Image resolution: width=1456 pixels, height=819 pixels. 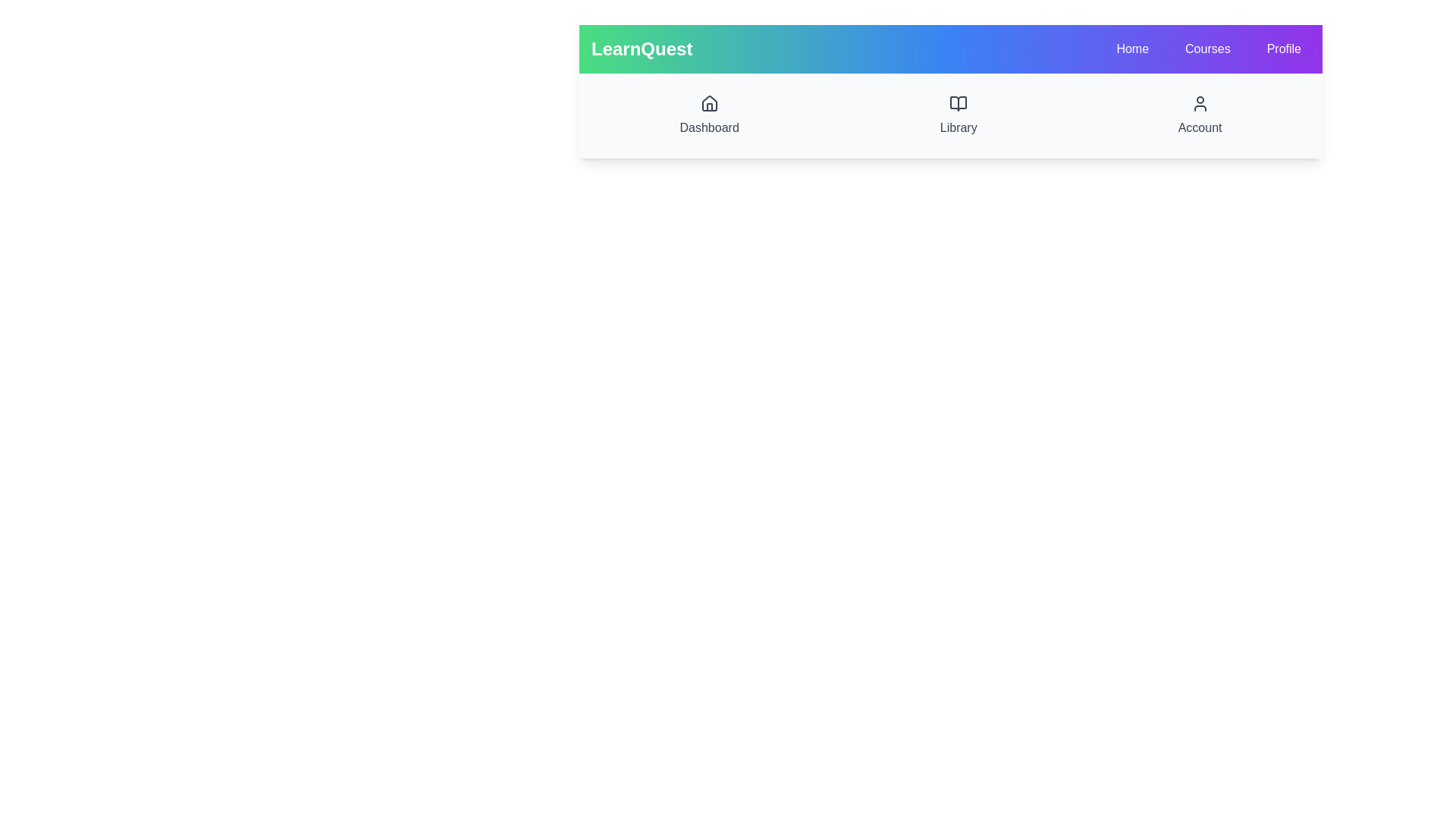 What do you see at coordinates (1283, 49) in the screenshot?
I see `the navigation menu item Profile` at bounding box center [1283, 49].